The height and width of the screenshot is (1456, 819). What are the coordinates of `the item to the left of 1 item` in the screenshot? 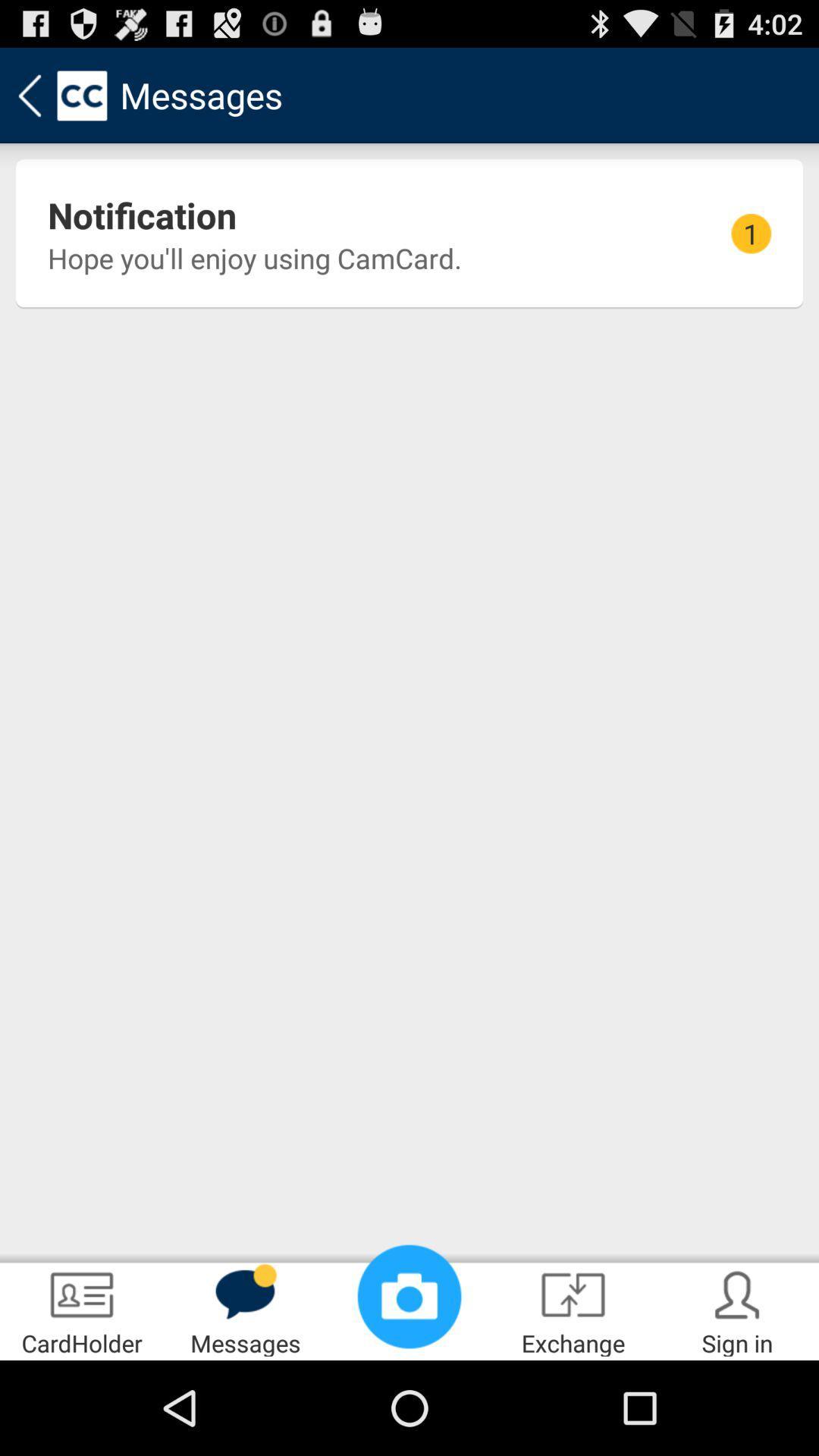 It's located at (142, 214).